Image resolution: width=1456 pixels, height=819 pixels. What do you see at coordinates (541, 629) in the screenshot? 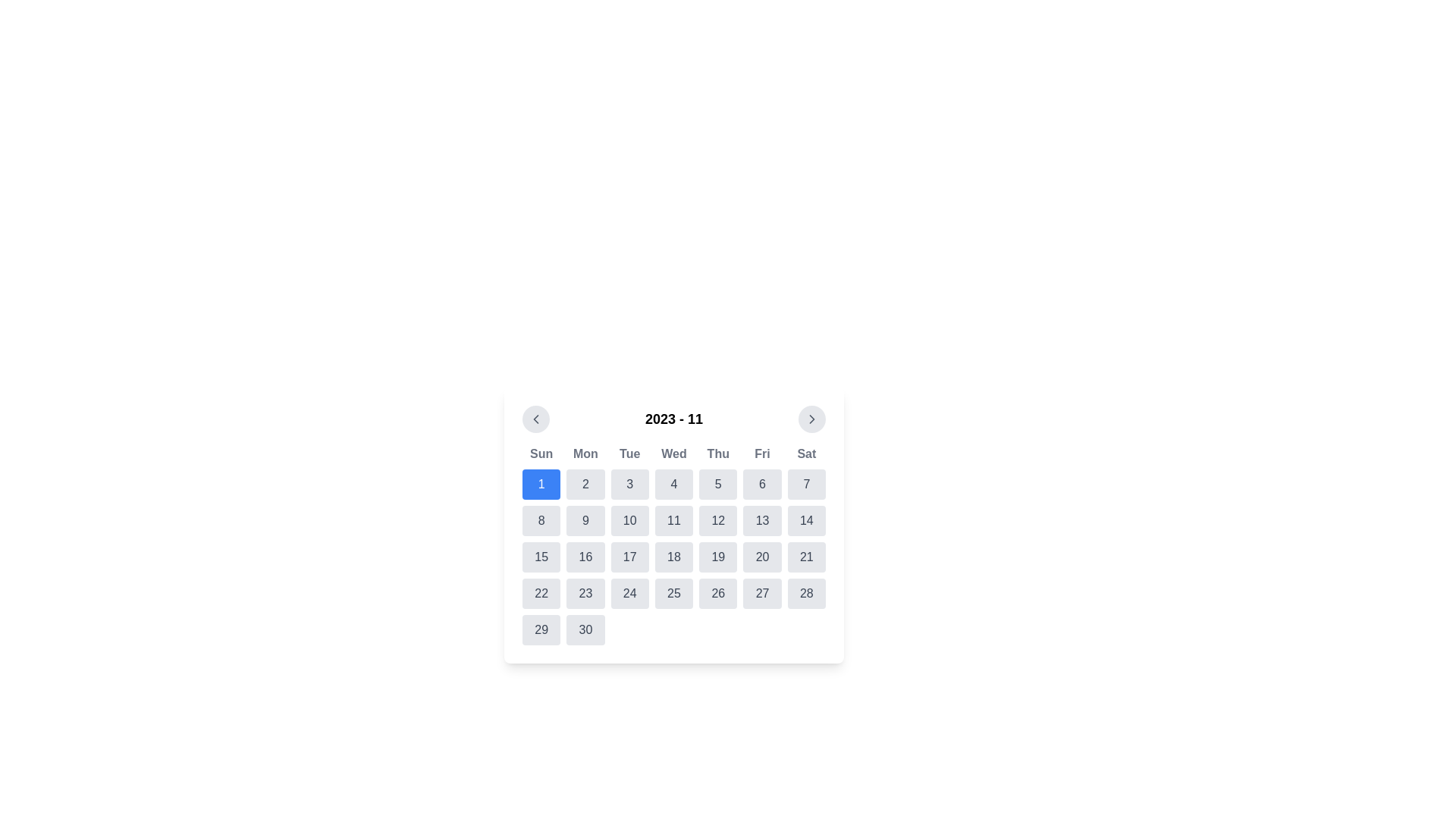
I see `the calendar date button located in the bottom row and first column of the grid` at bounding box center [541, 629].